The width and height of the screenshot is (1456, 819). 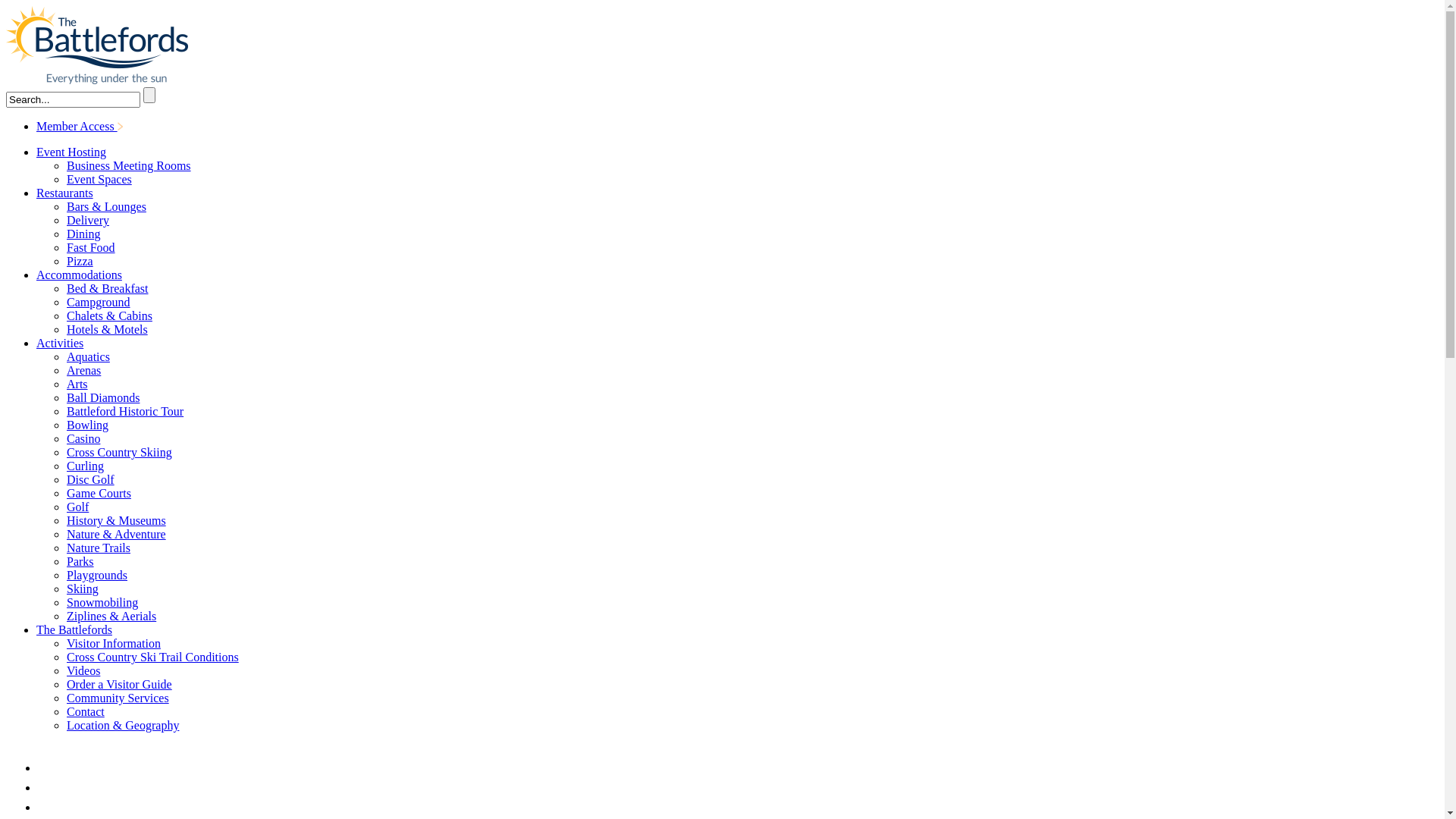 I want to click on 'Curling', so click(x=84, y=465).